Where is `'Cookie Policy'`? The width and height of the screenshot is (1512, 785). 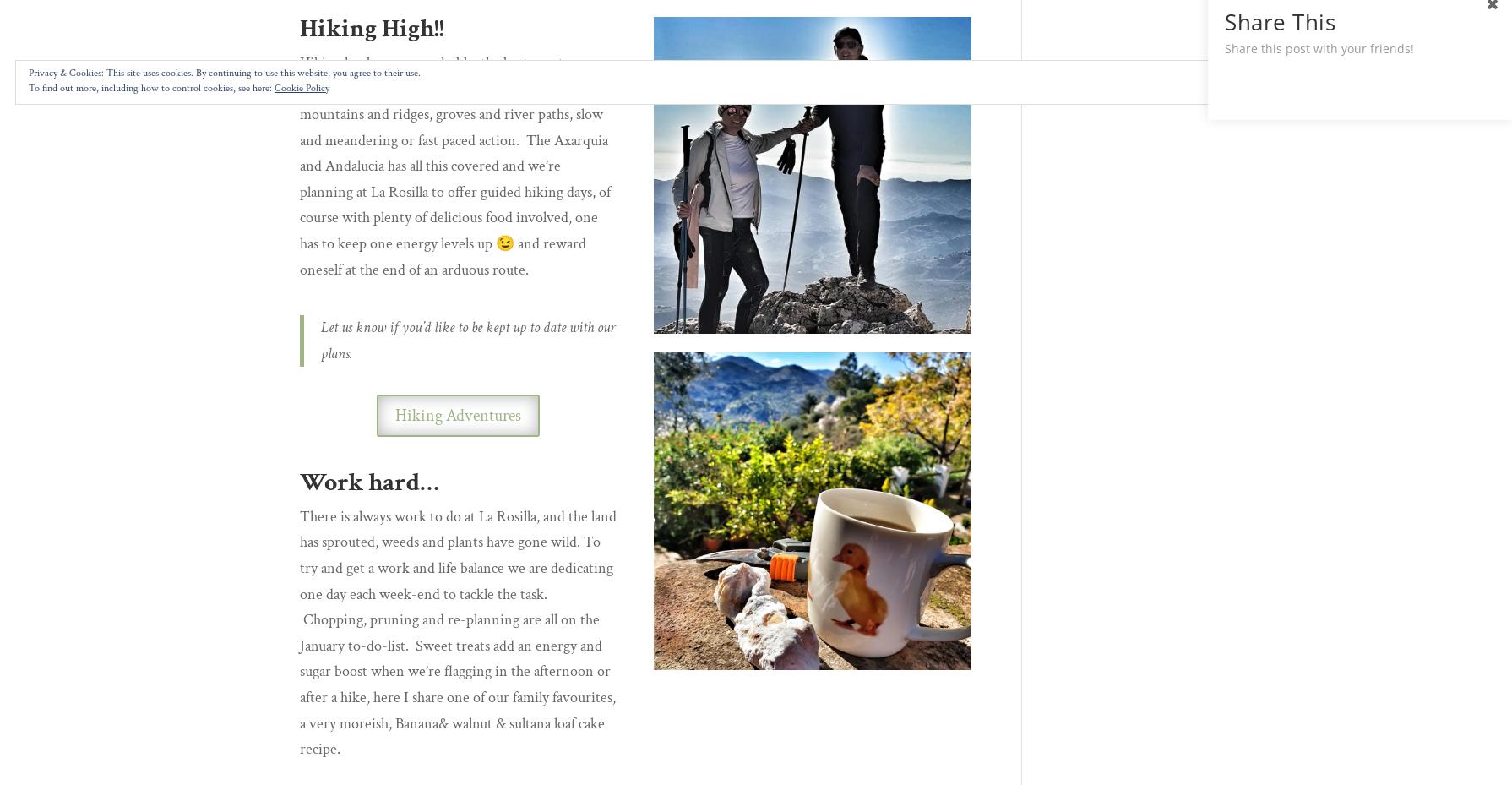 'Cookie Policy' is located at coordinates (302, 88).